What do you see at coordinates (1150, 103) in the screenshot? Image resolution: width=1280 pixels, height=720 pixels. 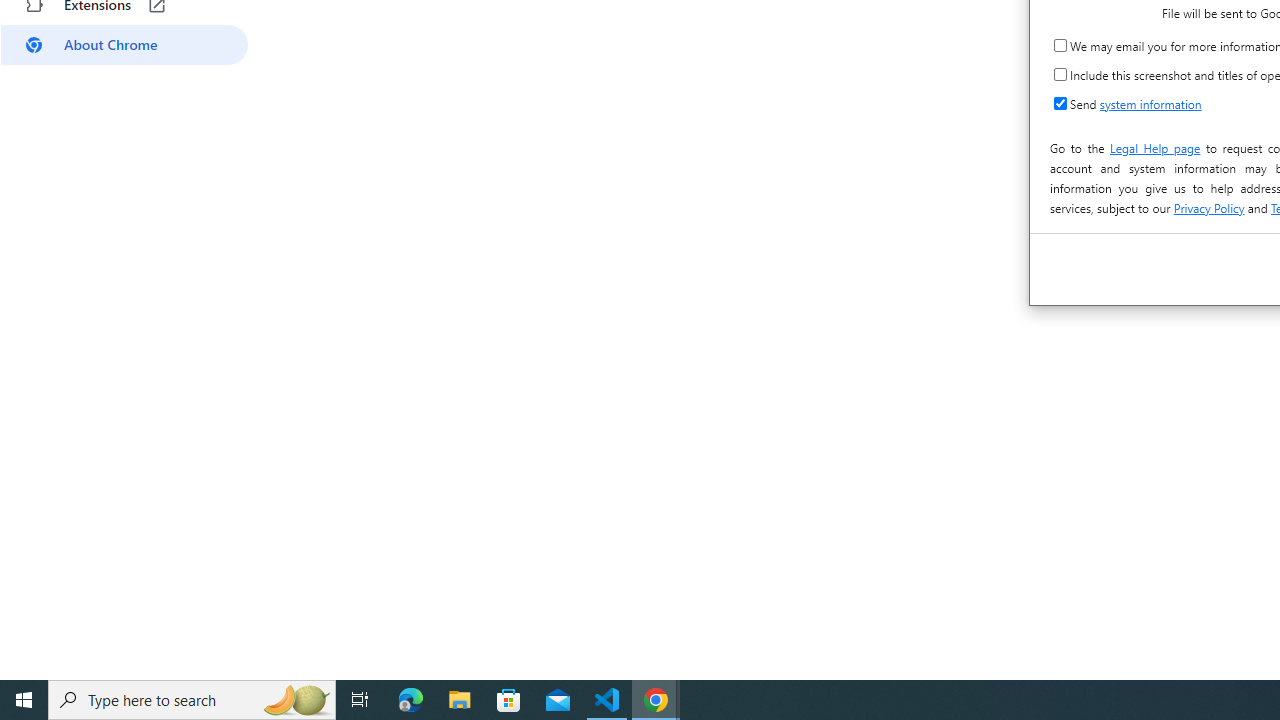 I see `'system information'` at bounding box center [1150, 103].